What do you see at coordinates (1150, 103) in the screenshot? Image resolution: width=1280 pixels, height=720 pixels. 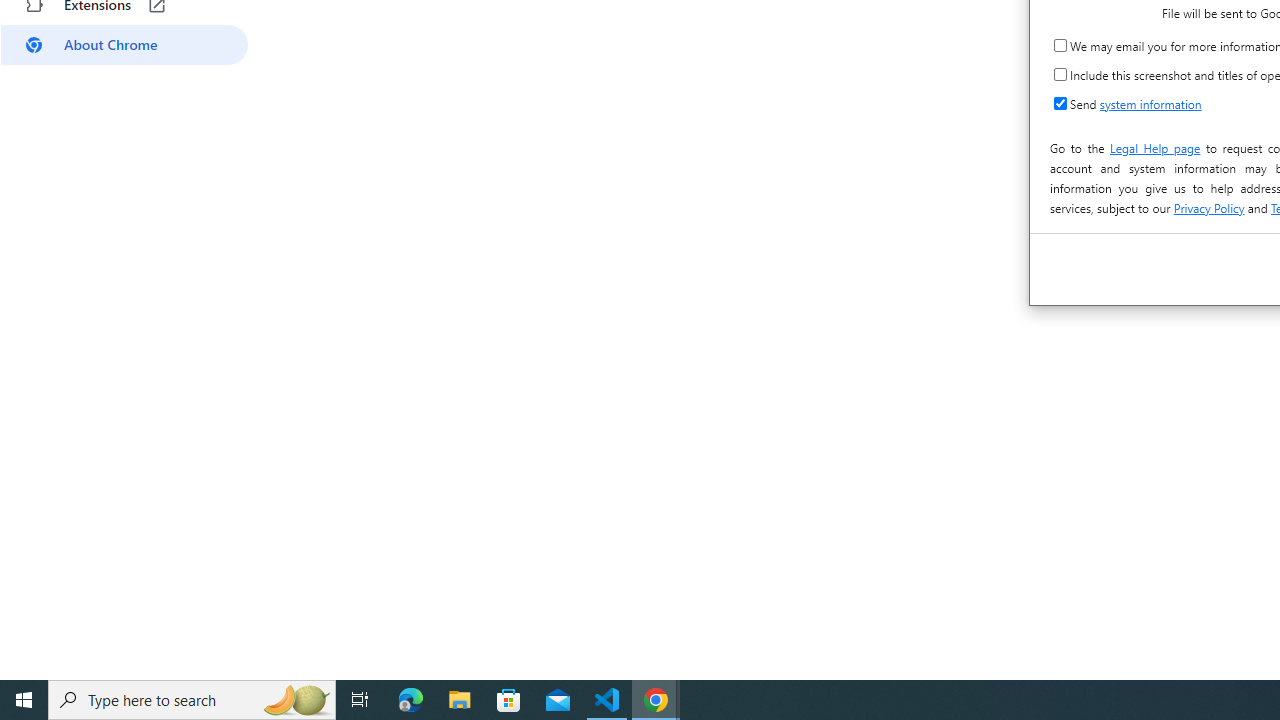 I see `'system information'` at bounding box center [1150, 103].